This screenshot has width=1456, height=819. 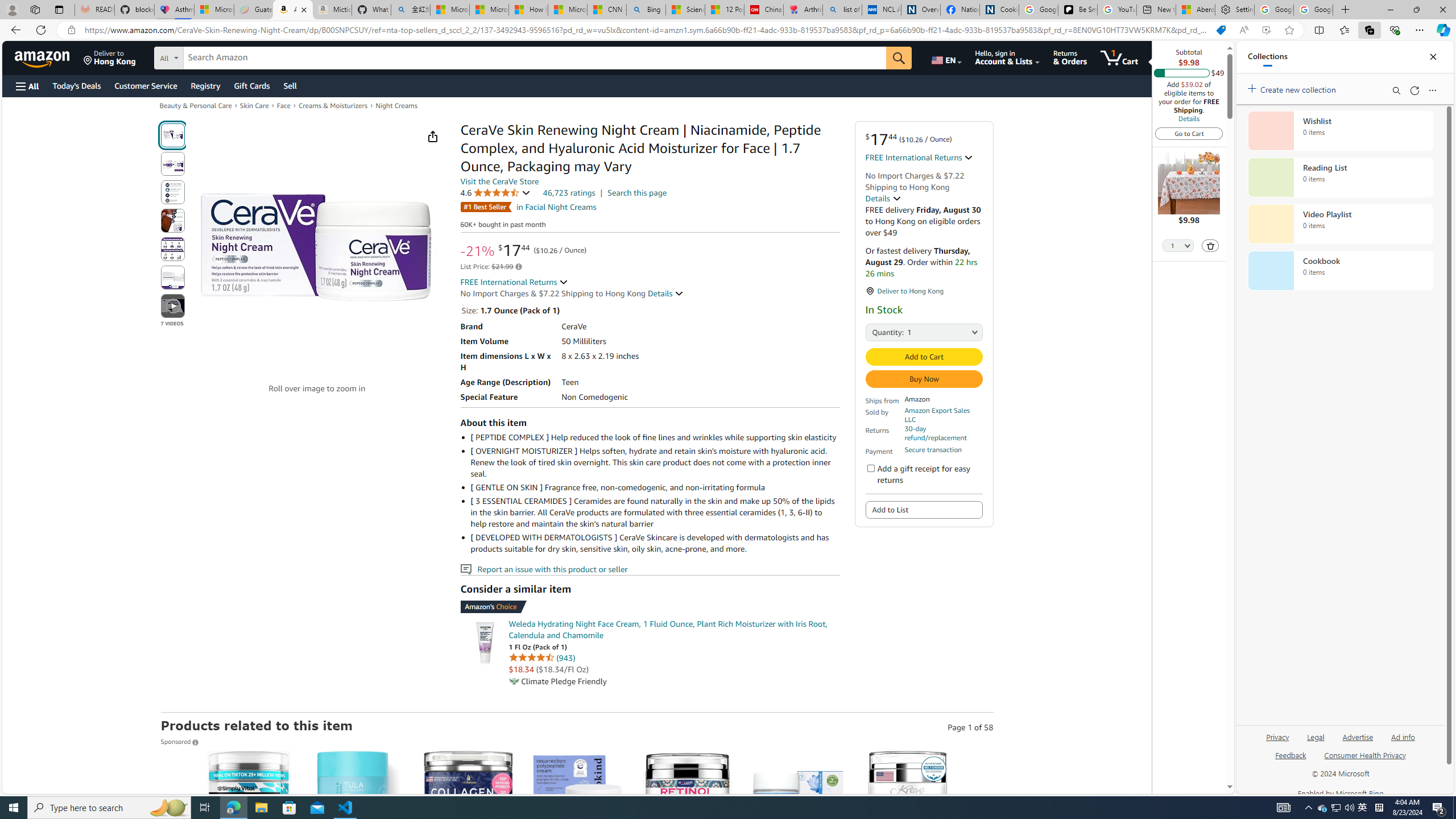 What do you see at coordinates (1118, 57) in the screenshot?
I see `'1 item in cart'` at bounding box center [1118, 57].